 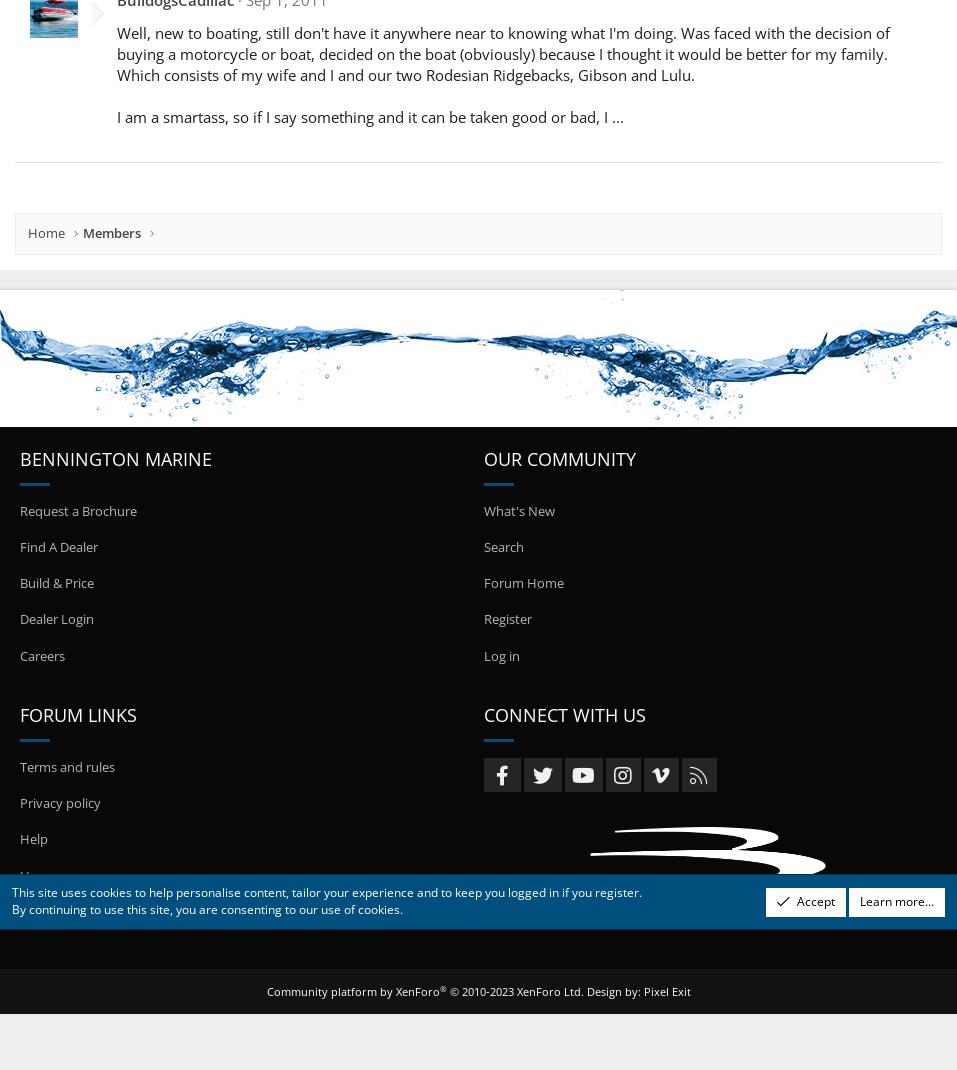 I want to click on 'This site uses cookies to help personalise content, tailor your experience and to keep you logged in if you register.', so click(x=10, y=891).